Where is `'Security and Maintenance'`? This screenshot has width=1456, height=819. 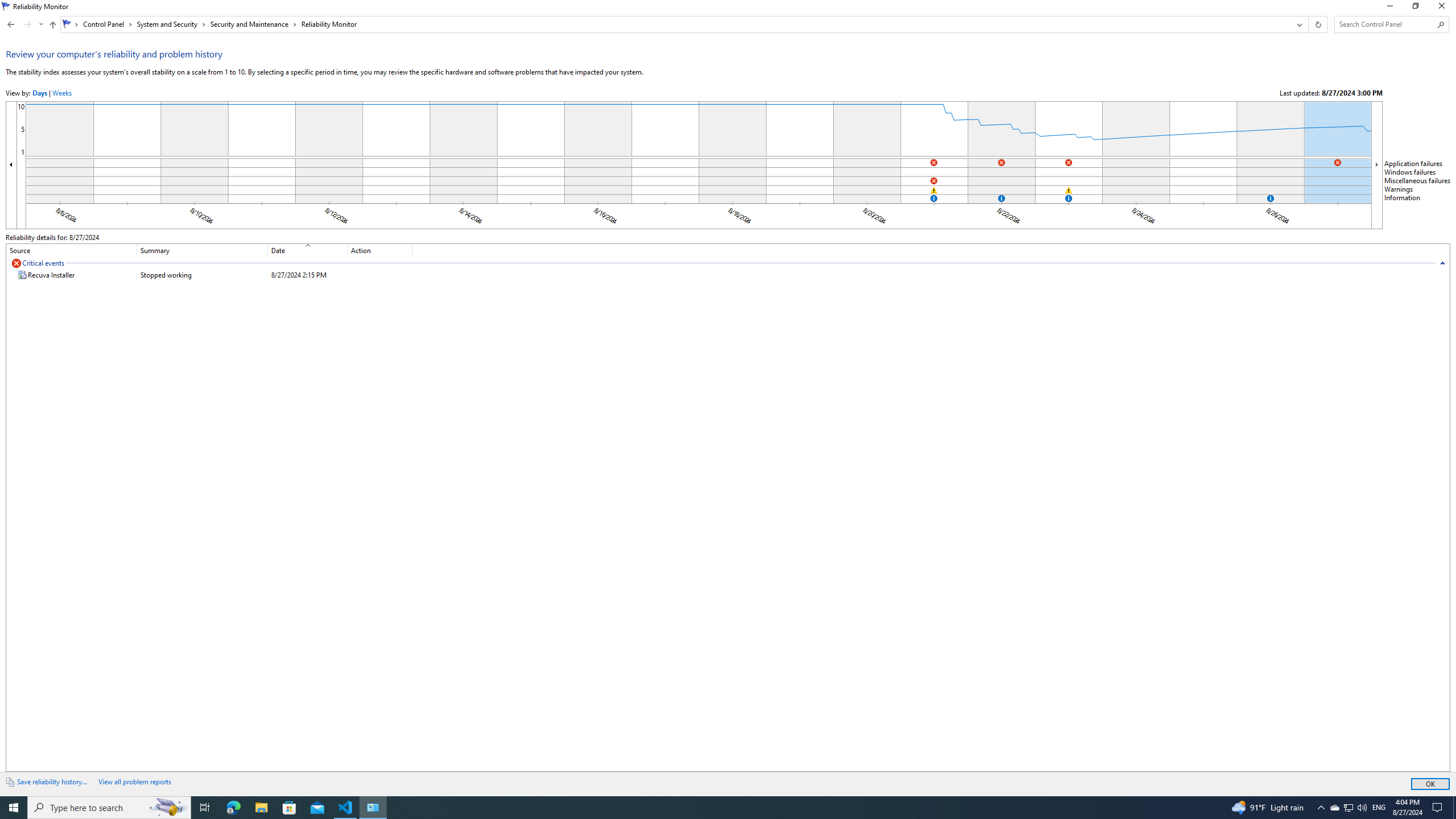
'Security and Maintenance' is located at coordinates (253, 24).